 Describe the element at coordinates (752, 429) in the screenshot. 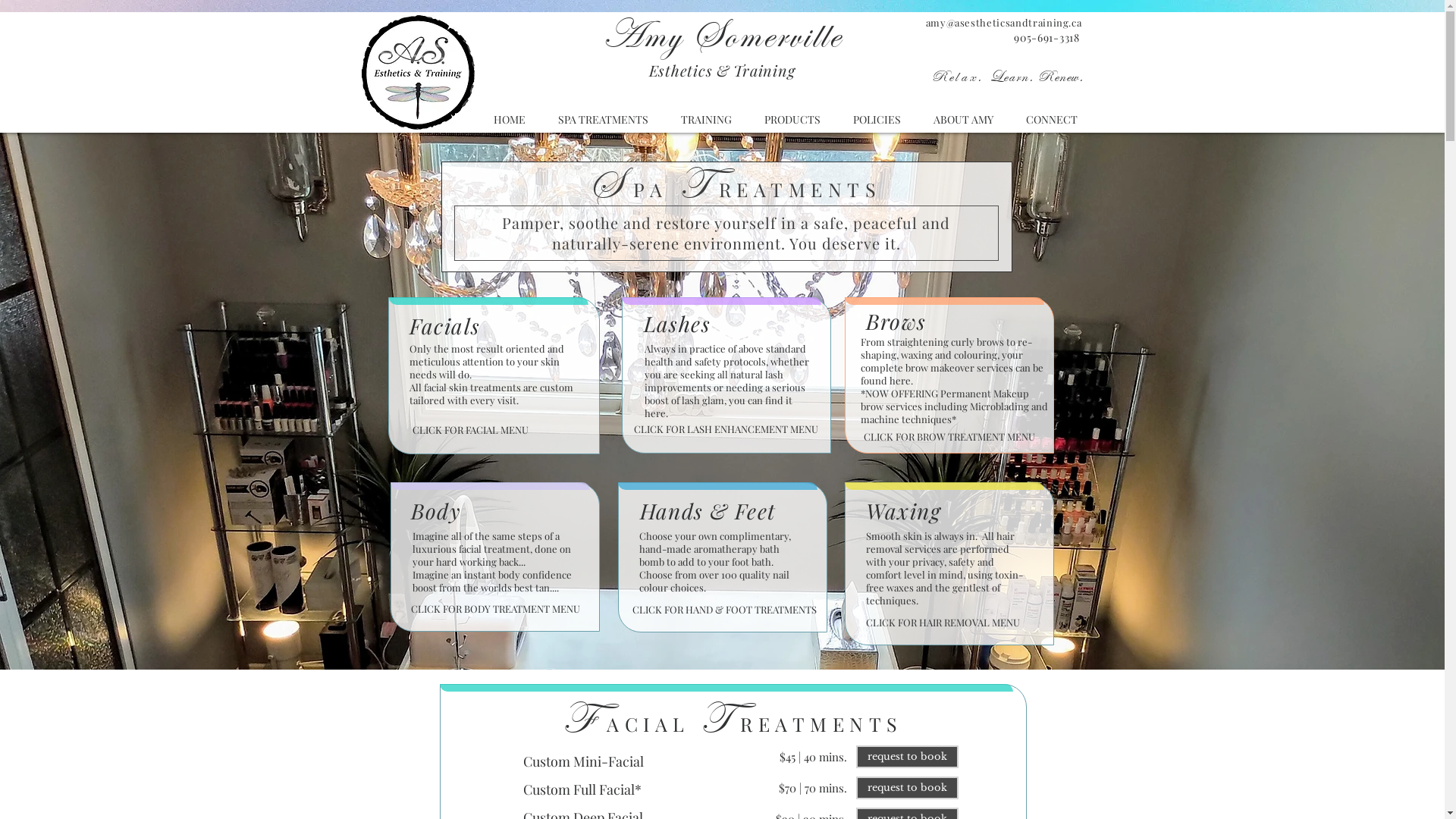

I see `'LASH ENHANCEMENT MENU'` at that location.